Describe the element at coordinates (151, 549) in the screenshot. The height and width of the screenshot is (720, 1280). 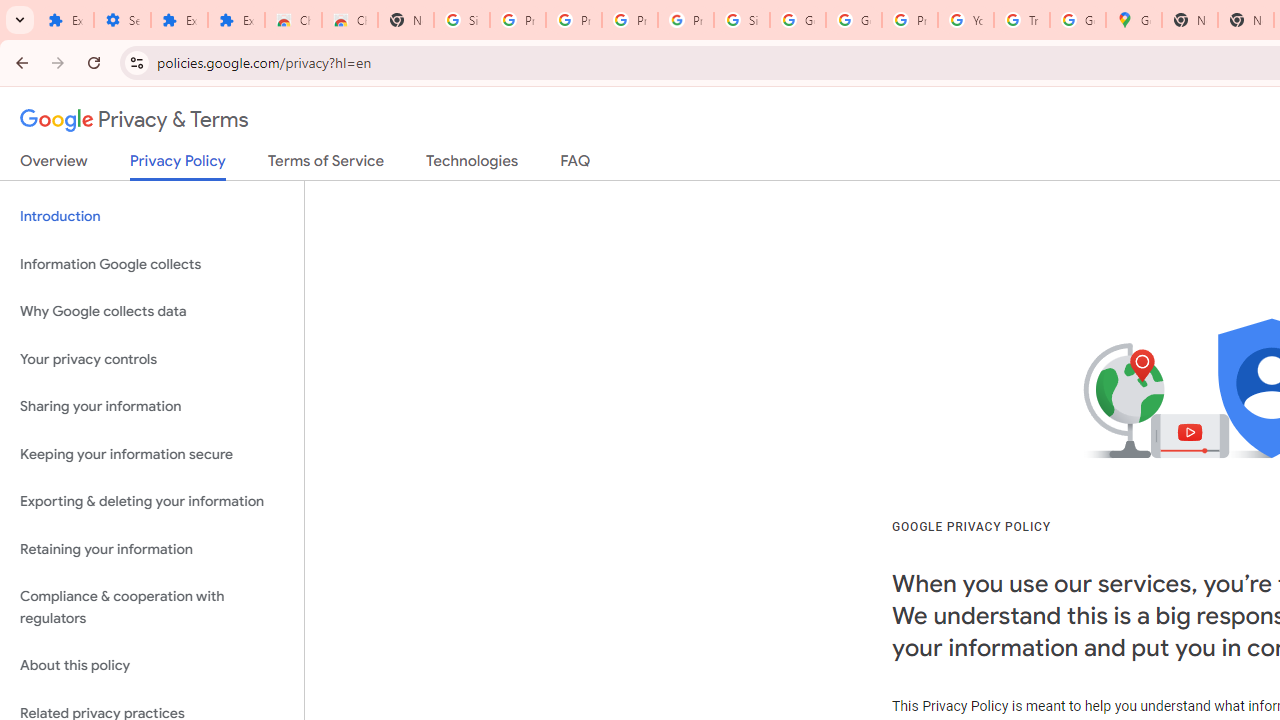
I see `'Retaining your information'` at that location.